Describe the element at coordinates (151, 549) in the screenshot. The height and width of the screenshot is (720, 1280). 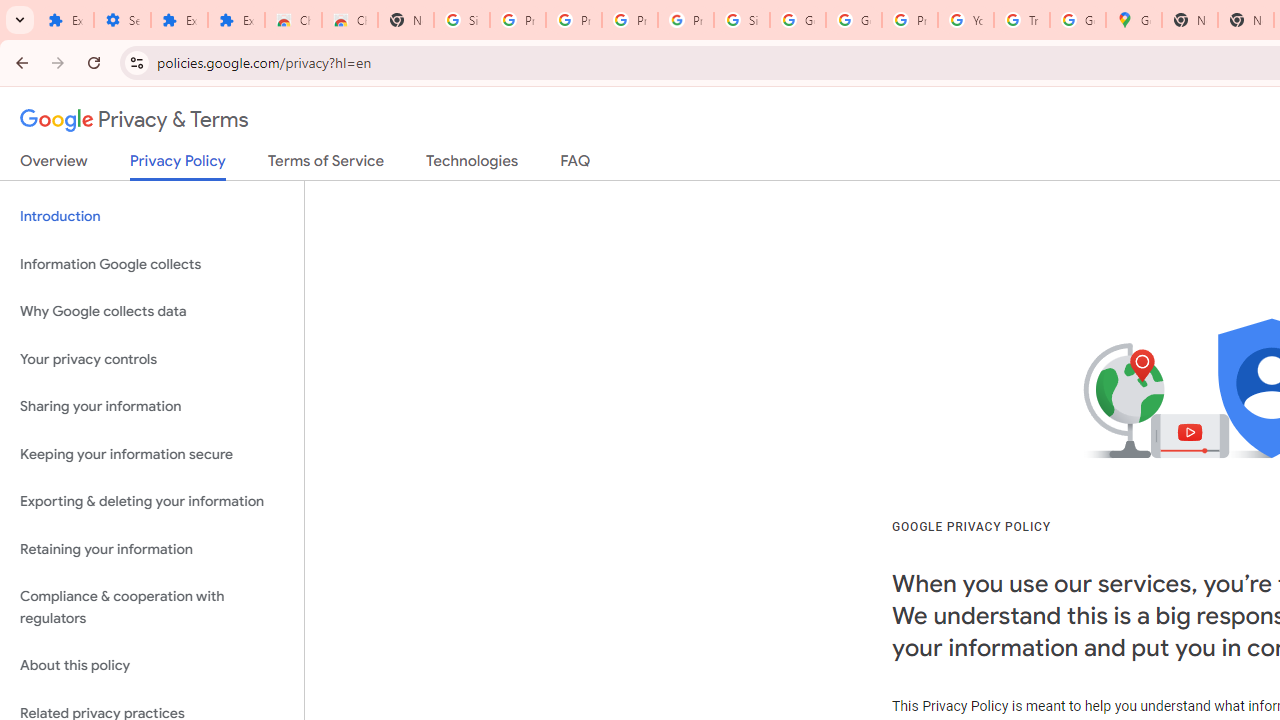
I see `'Retaining your information'` at that location.